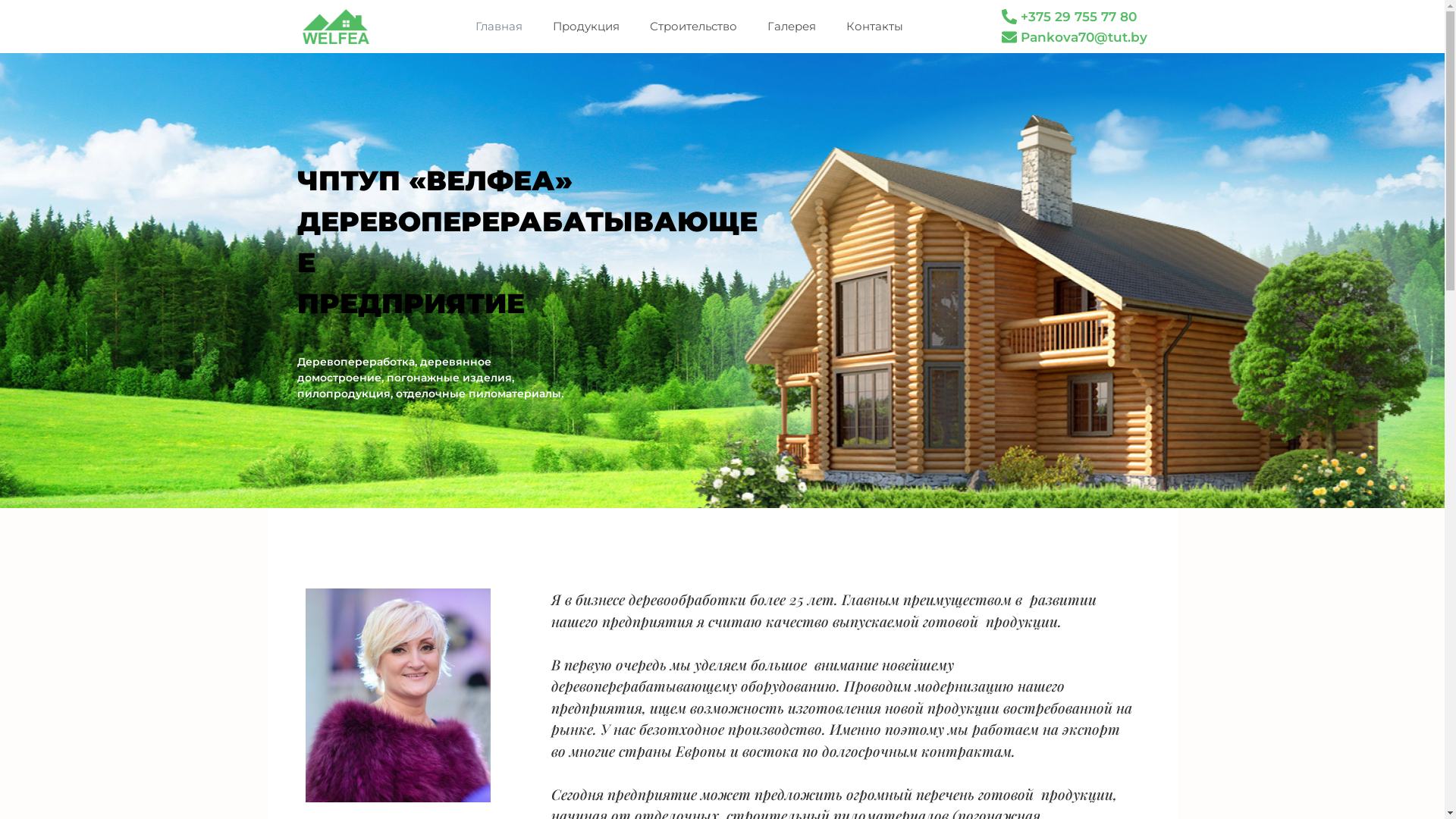 This screenshot has width=1456, height=819. Describe the element at coordinates (1070, 17) in the screenshot. I see `'+375 29 755 77 80'` at that location.